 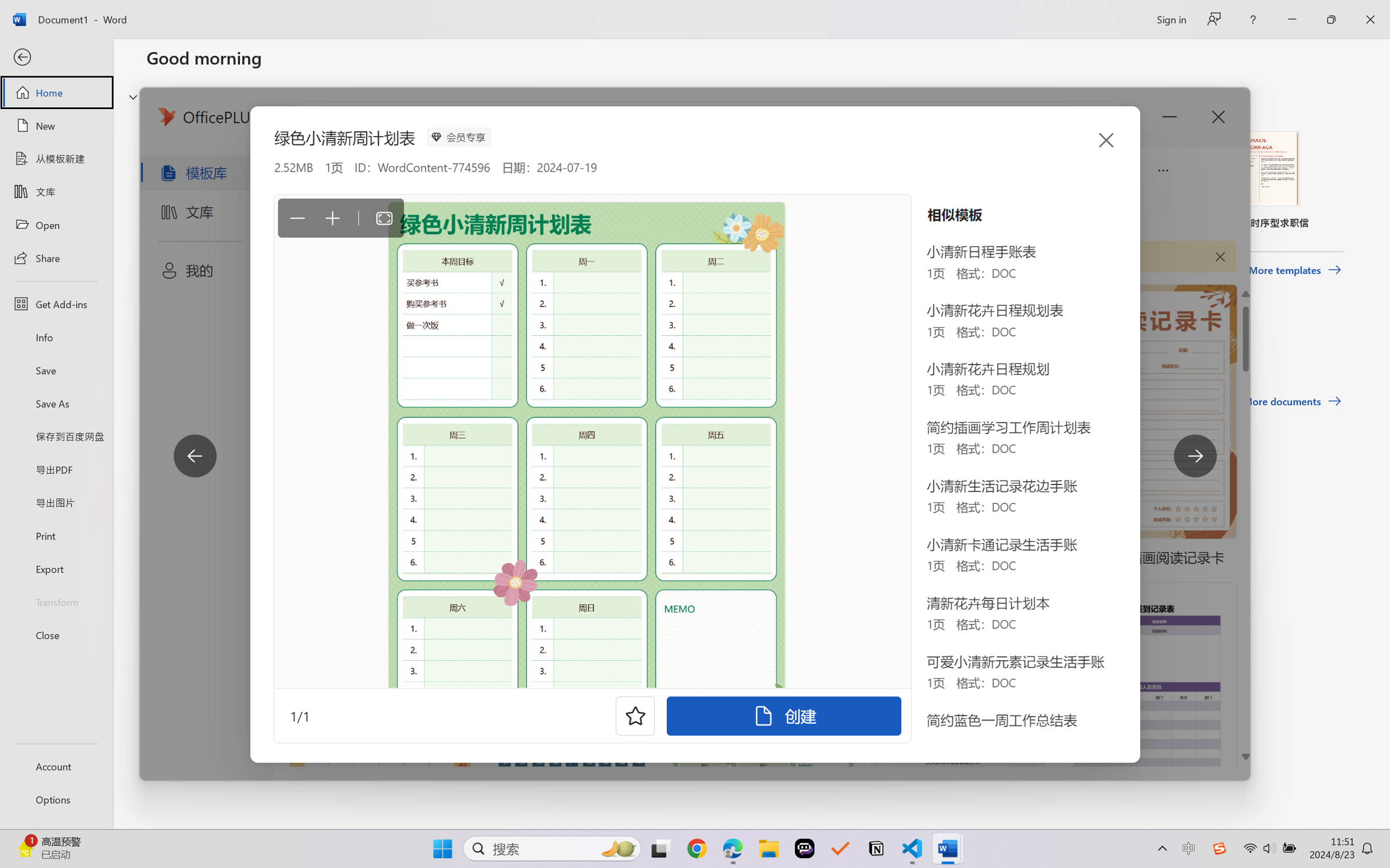 I want to click on 'Account', so click(x=56, y=766).